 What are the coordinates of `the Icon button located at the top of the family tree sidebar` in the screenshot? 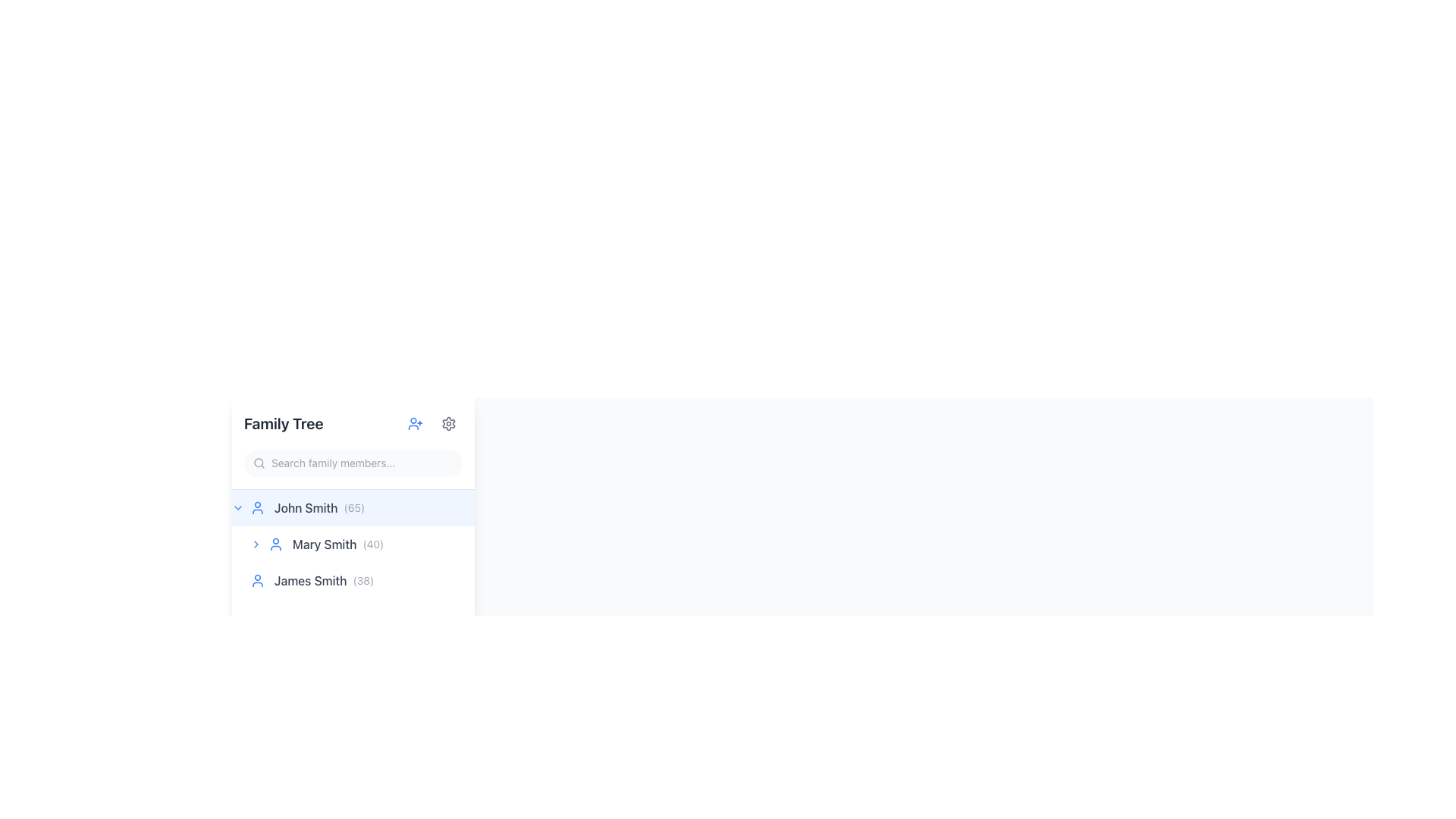 It's located at (415, 424).